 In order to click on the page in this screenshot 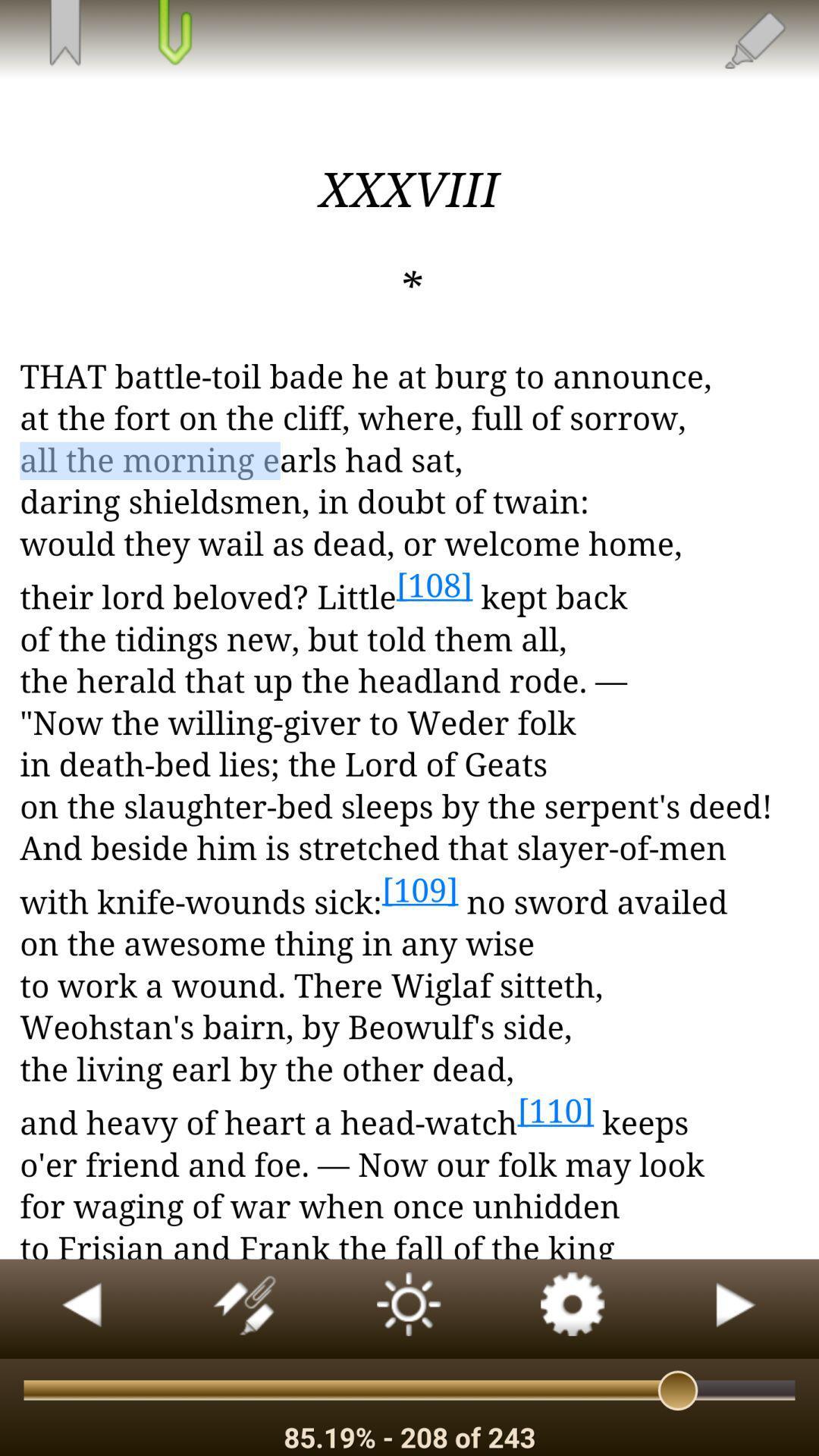, I will do `click(172, 34)`.